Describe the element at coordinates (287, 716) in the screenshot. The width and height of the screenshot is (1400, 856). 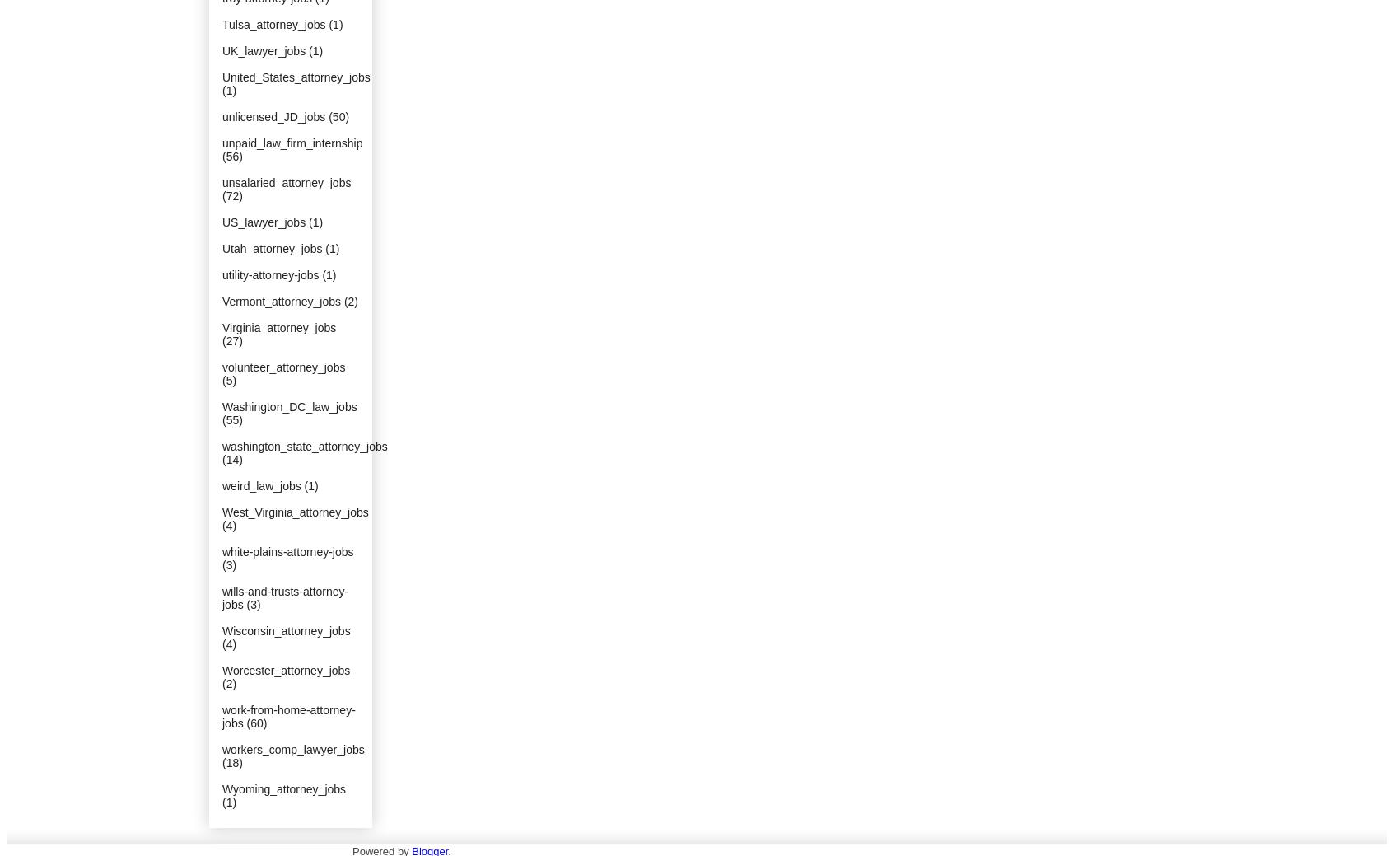
I see `'work-from-home-attorney-jobs'` at that location.